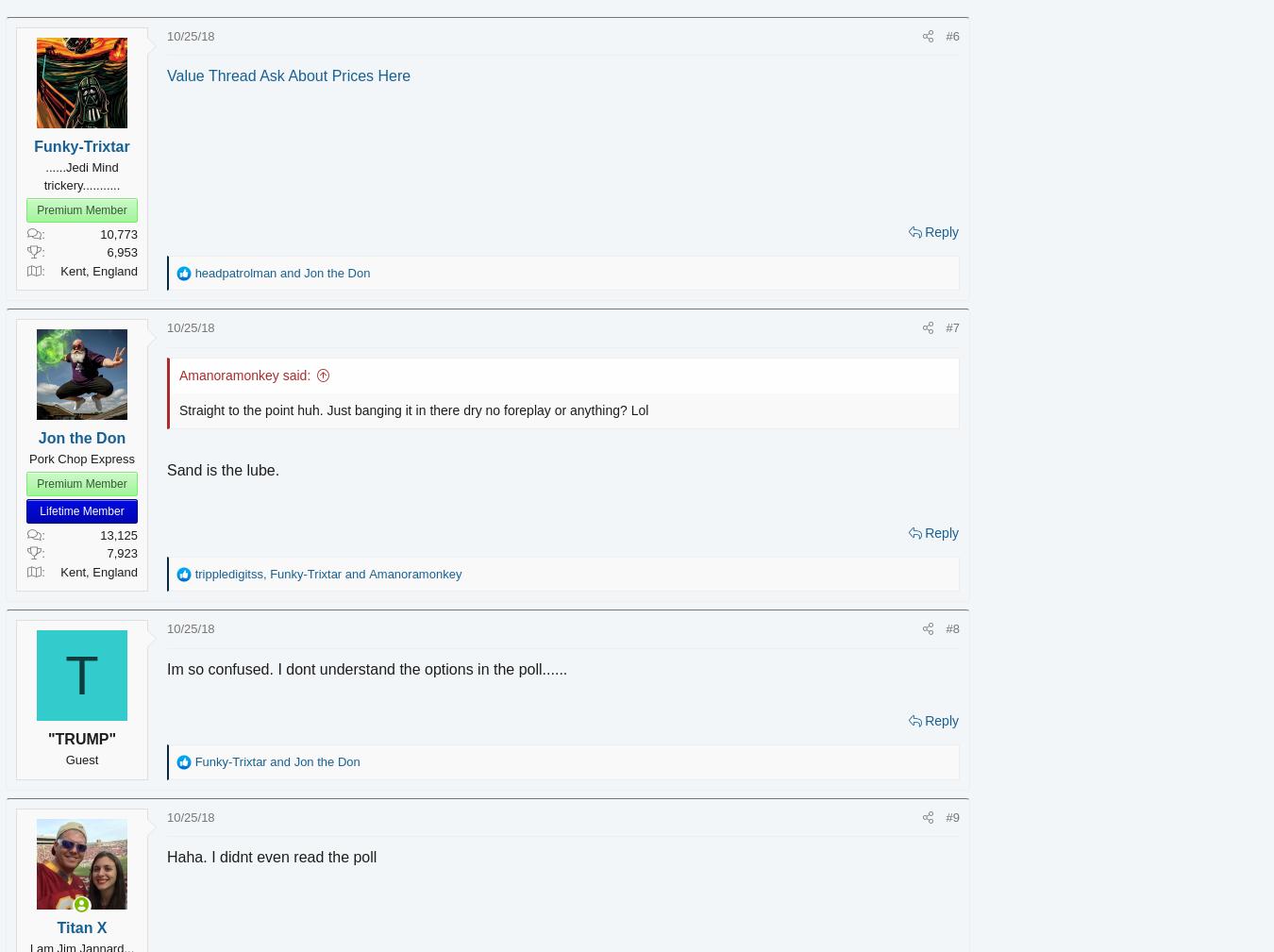 This screenshot has height=952, width=1274. What do you see at coordinates (254, 573) in the screenshot?
I see `'trippledigitss'` at bounding box center [254, 573].